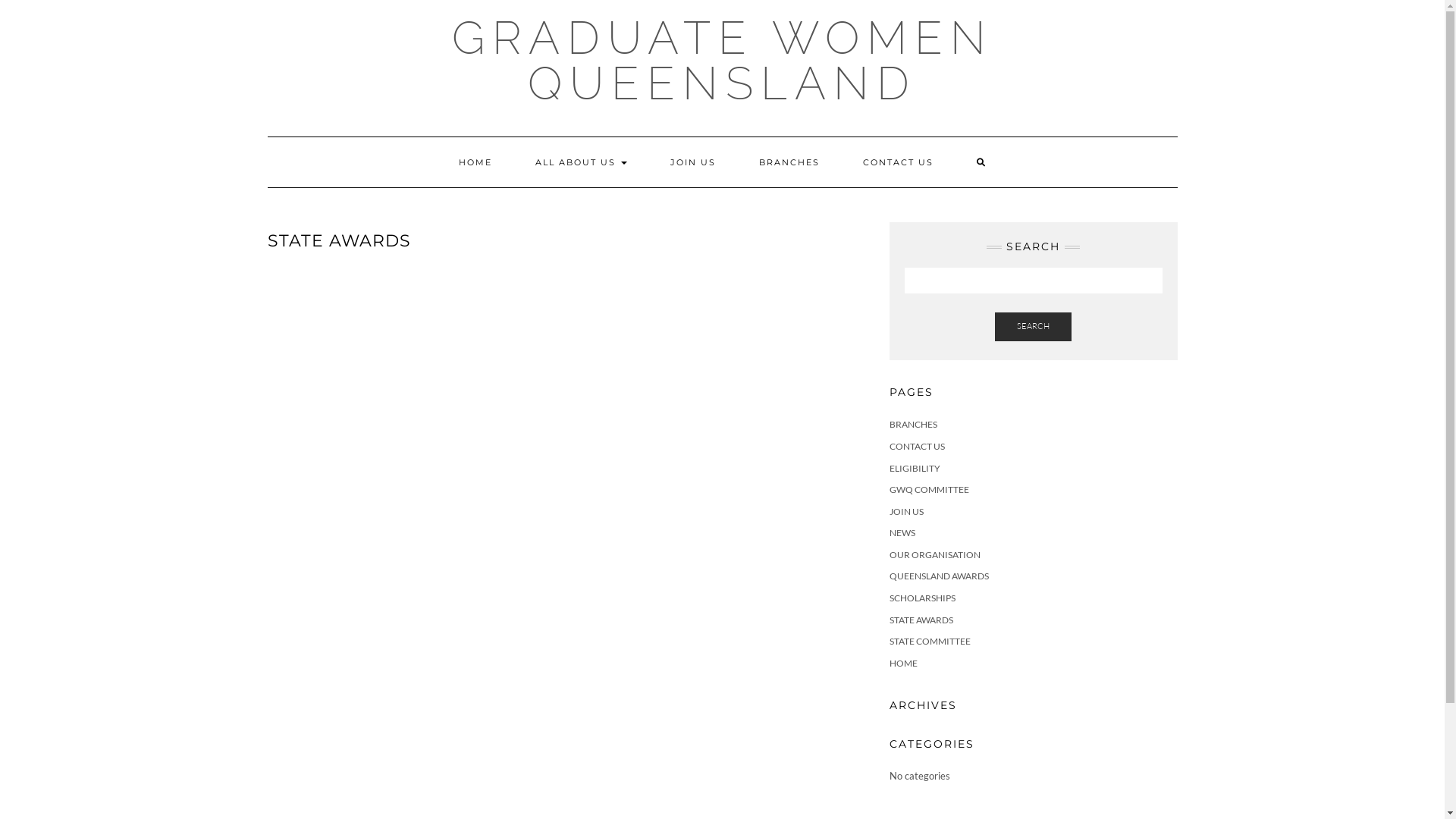  I want to click on 'OUR ORGANISATION', so click(888, 554).